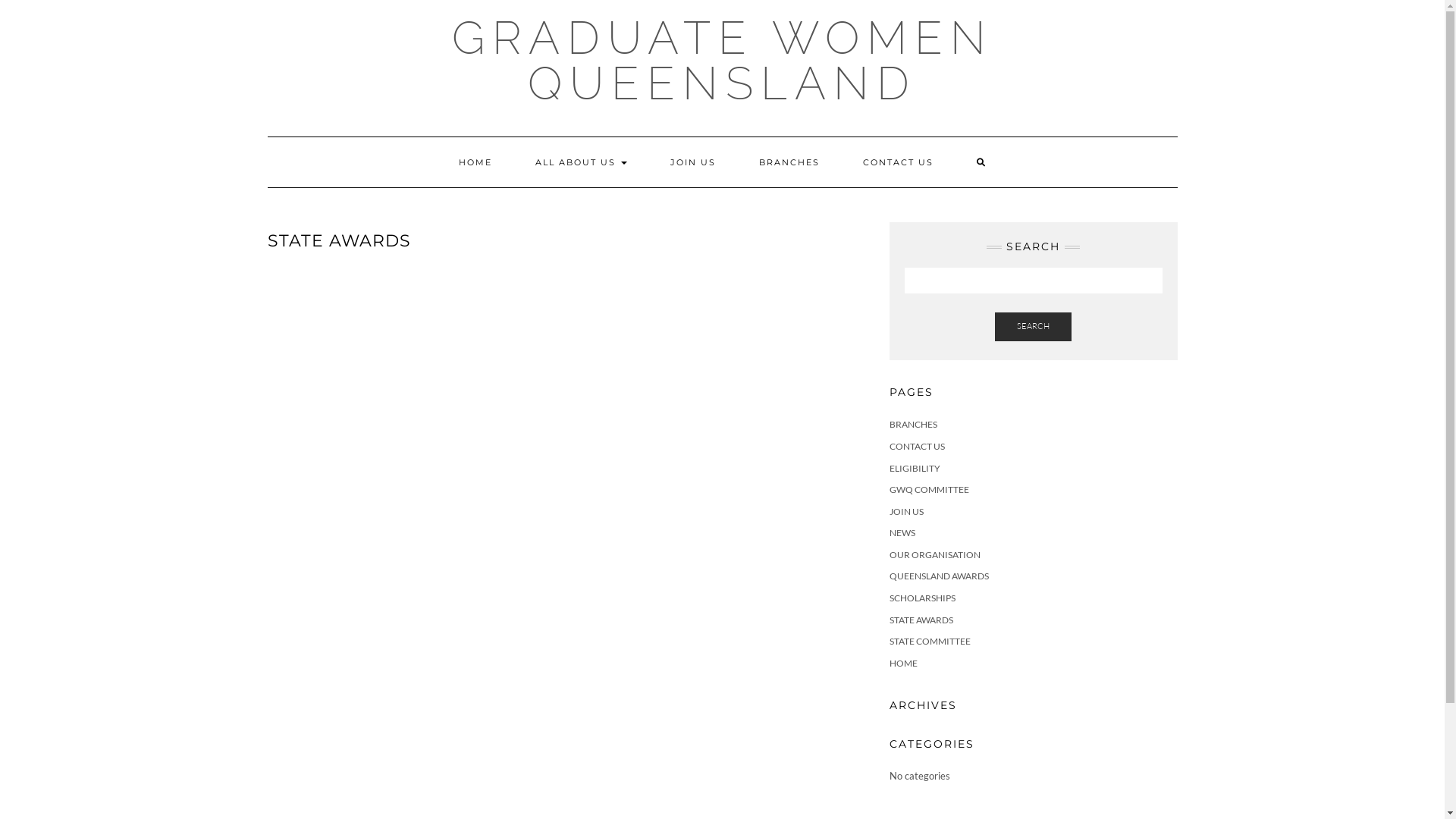  I want to click on 'OUR ORGANISATION', so click(888, 554).